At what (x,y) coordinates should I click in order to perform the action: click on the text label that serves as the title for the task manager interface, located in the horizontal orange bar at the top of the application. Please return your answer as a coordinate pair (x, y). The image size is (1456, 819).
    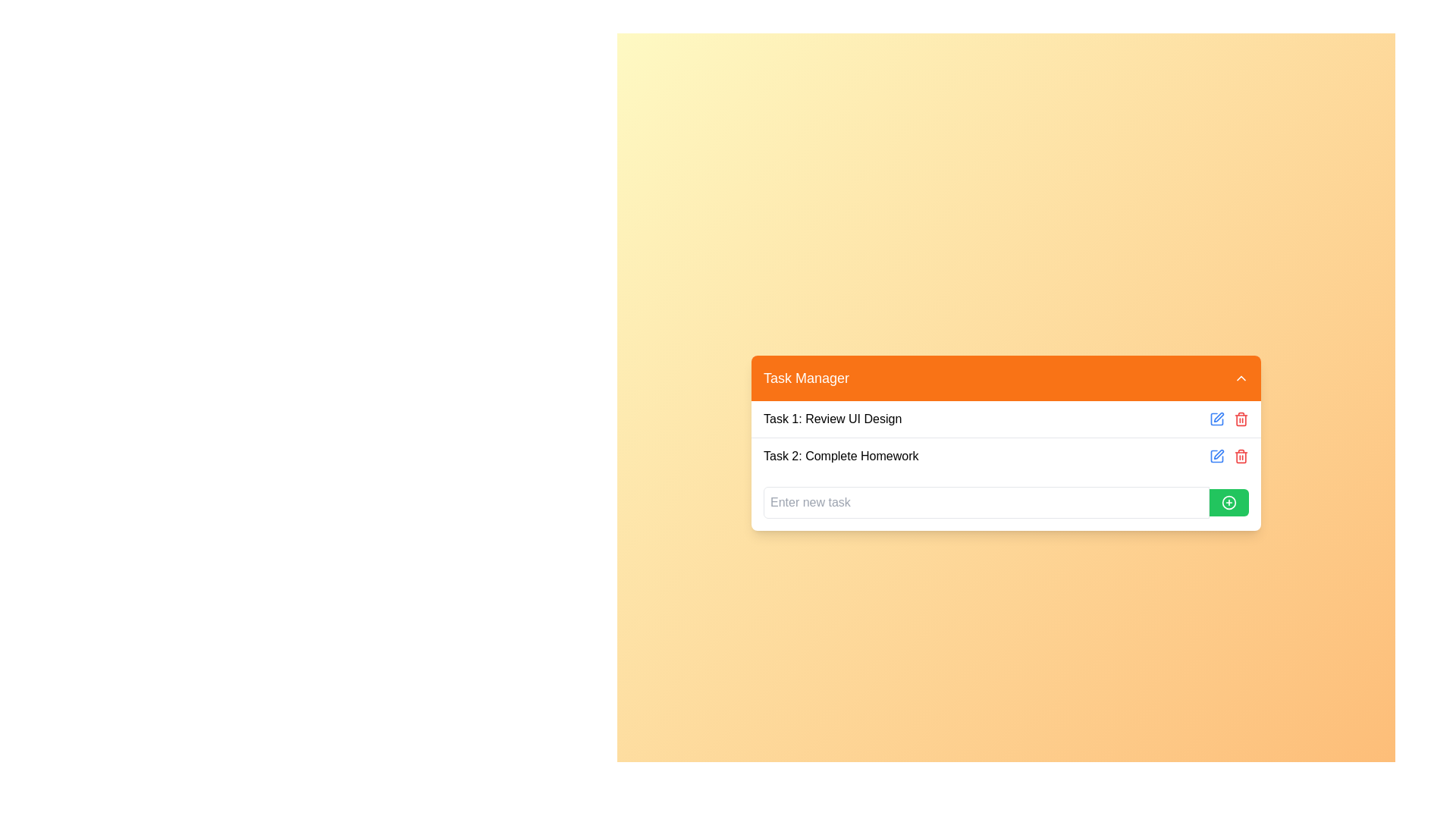
    Looking at the image, I should click on (805, 377).